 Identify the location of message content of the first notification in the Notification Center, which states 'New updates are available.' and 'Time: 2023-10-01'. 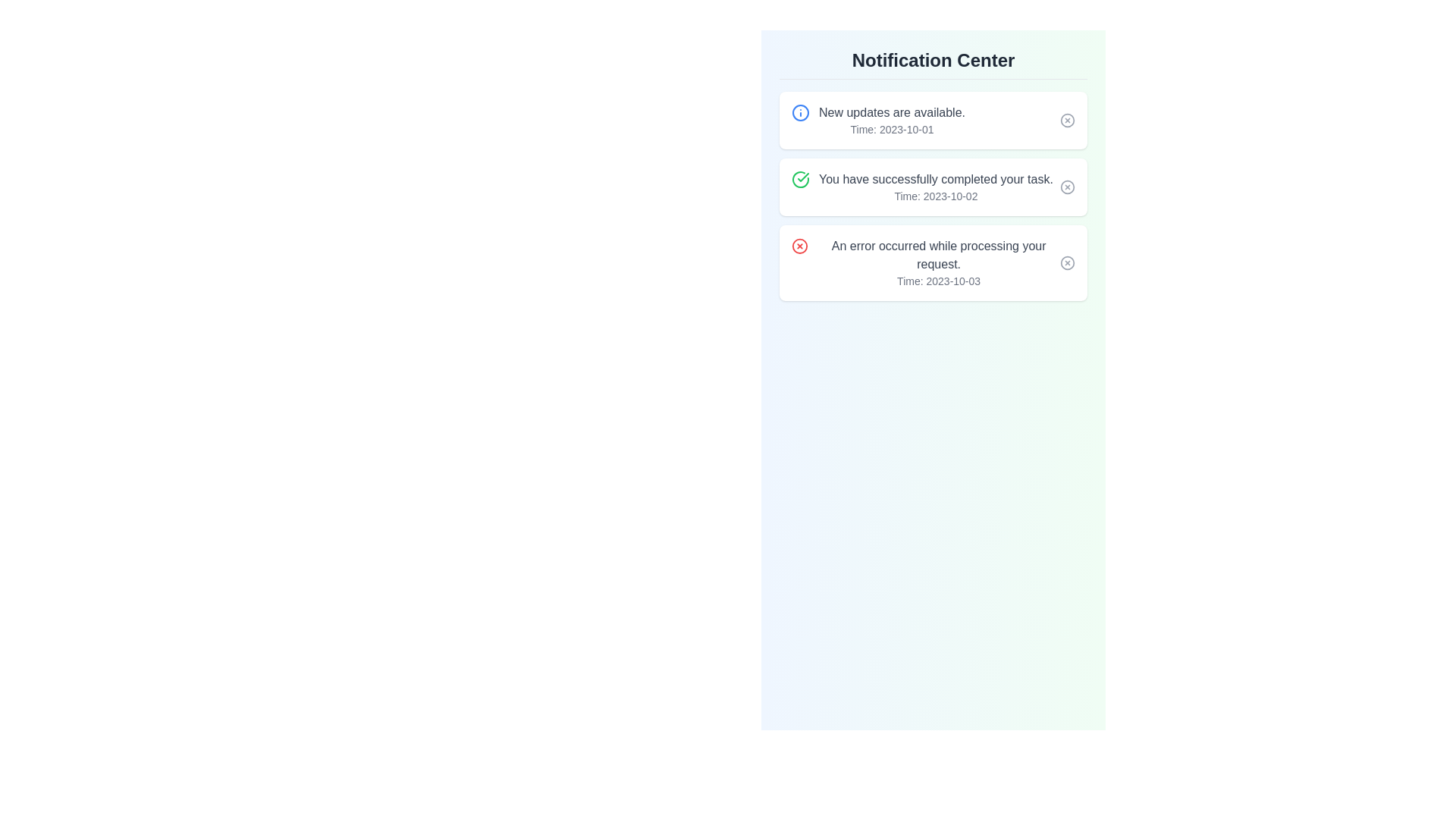
(878, 119).